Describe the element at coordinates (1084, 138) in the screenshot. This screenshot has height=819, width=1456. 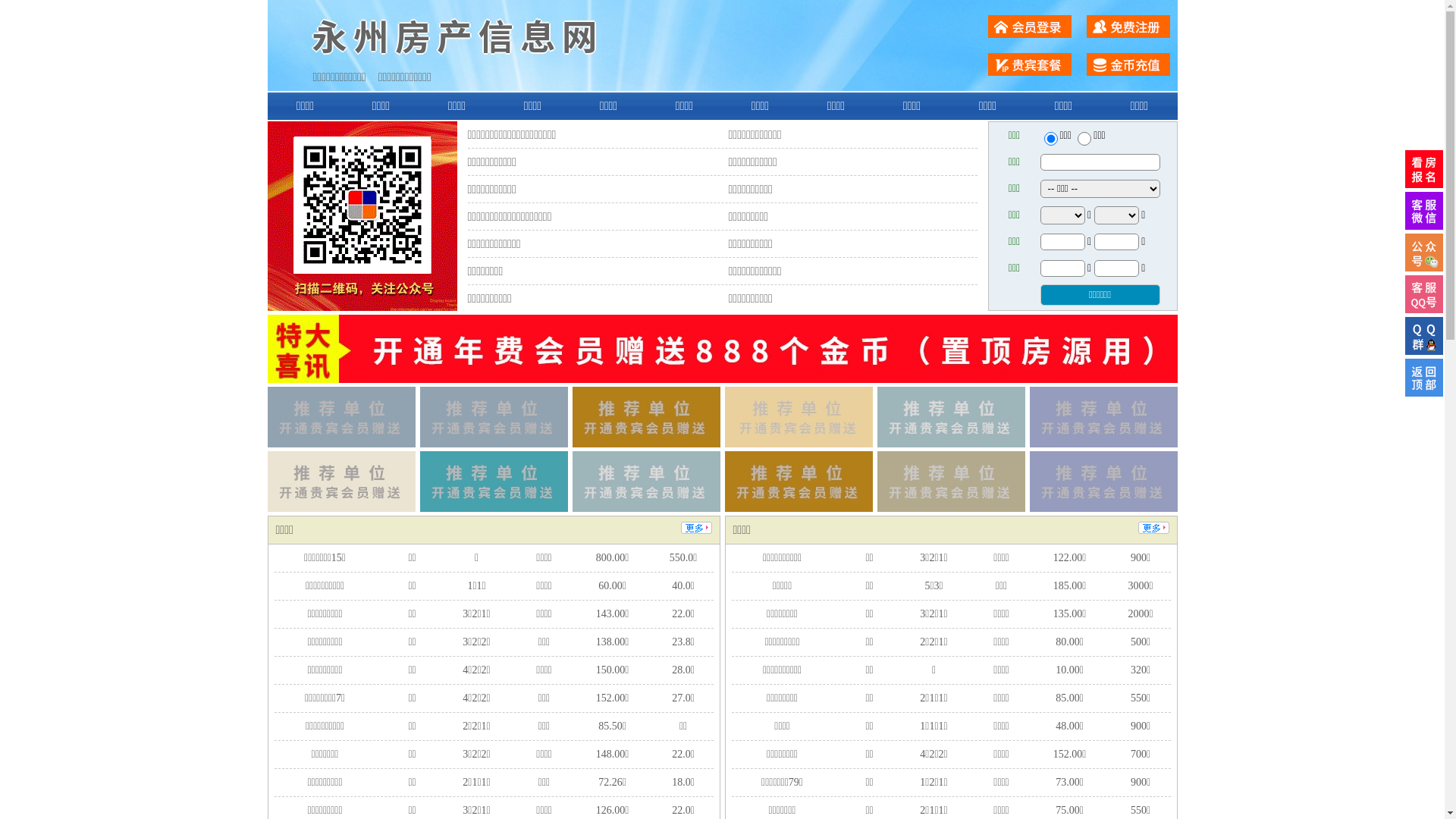
I see `'chuzu'` at that location.